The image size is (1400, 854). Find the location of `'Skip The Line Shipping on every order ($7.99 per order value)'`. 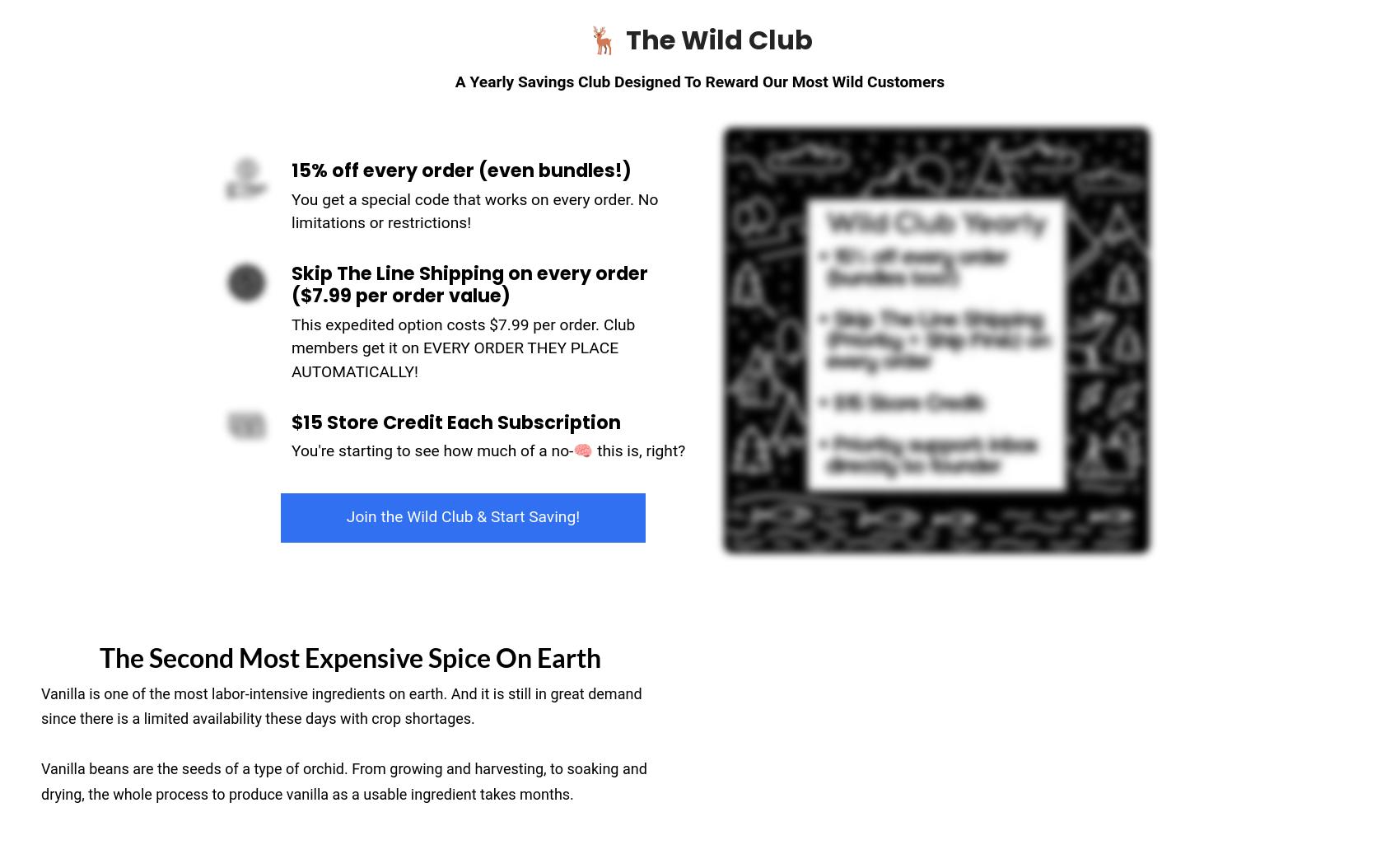

'Skip The Line Shipping on every order ($7.99 per order value)' is located at coordinates (469, 282).